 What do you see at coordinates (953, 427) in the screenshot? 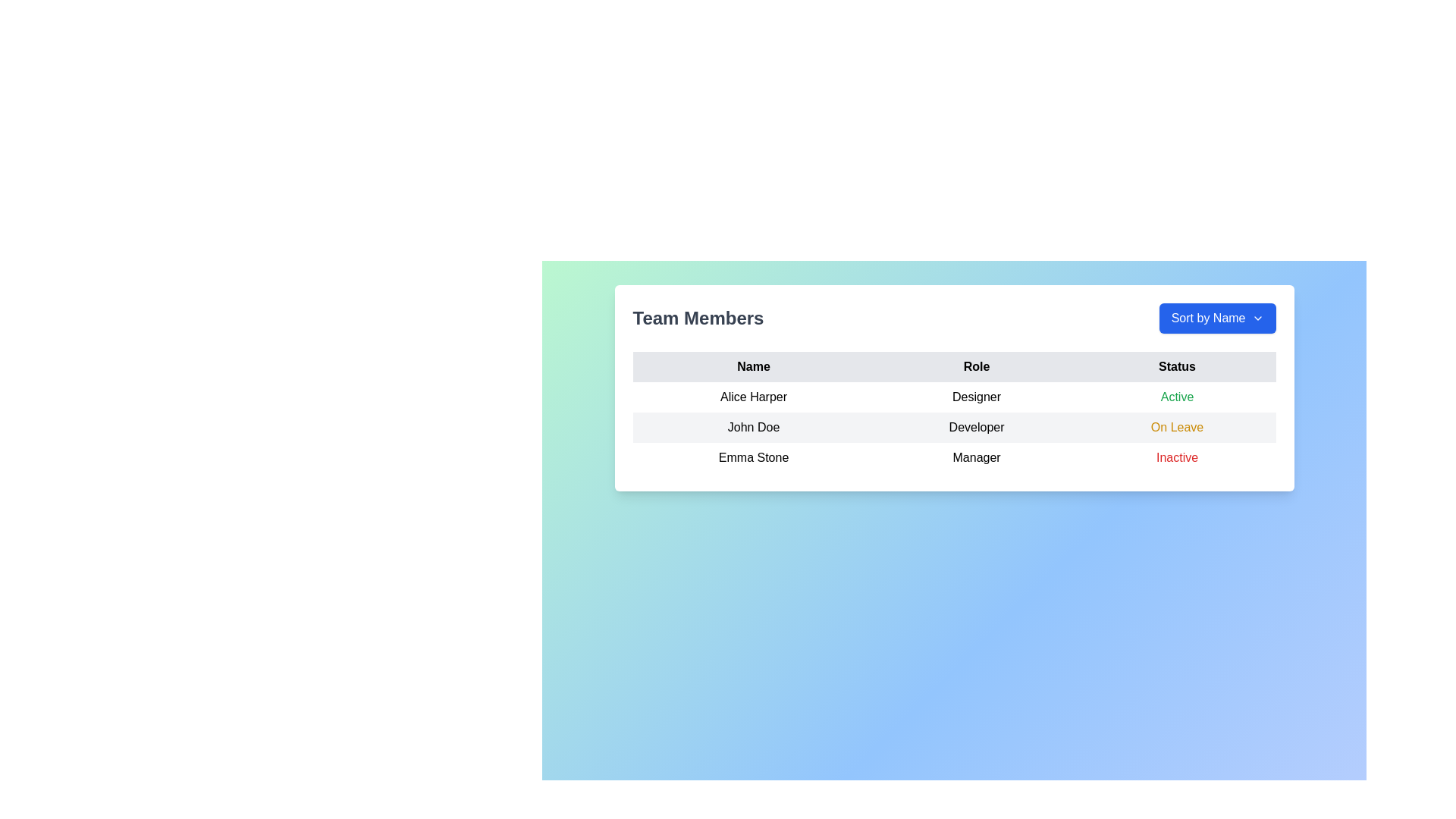
I see `the second row of the 'Team Members' table` at bounding box center [953, 427].